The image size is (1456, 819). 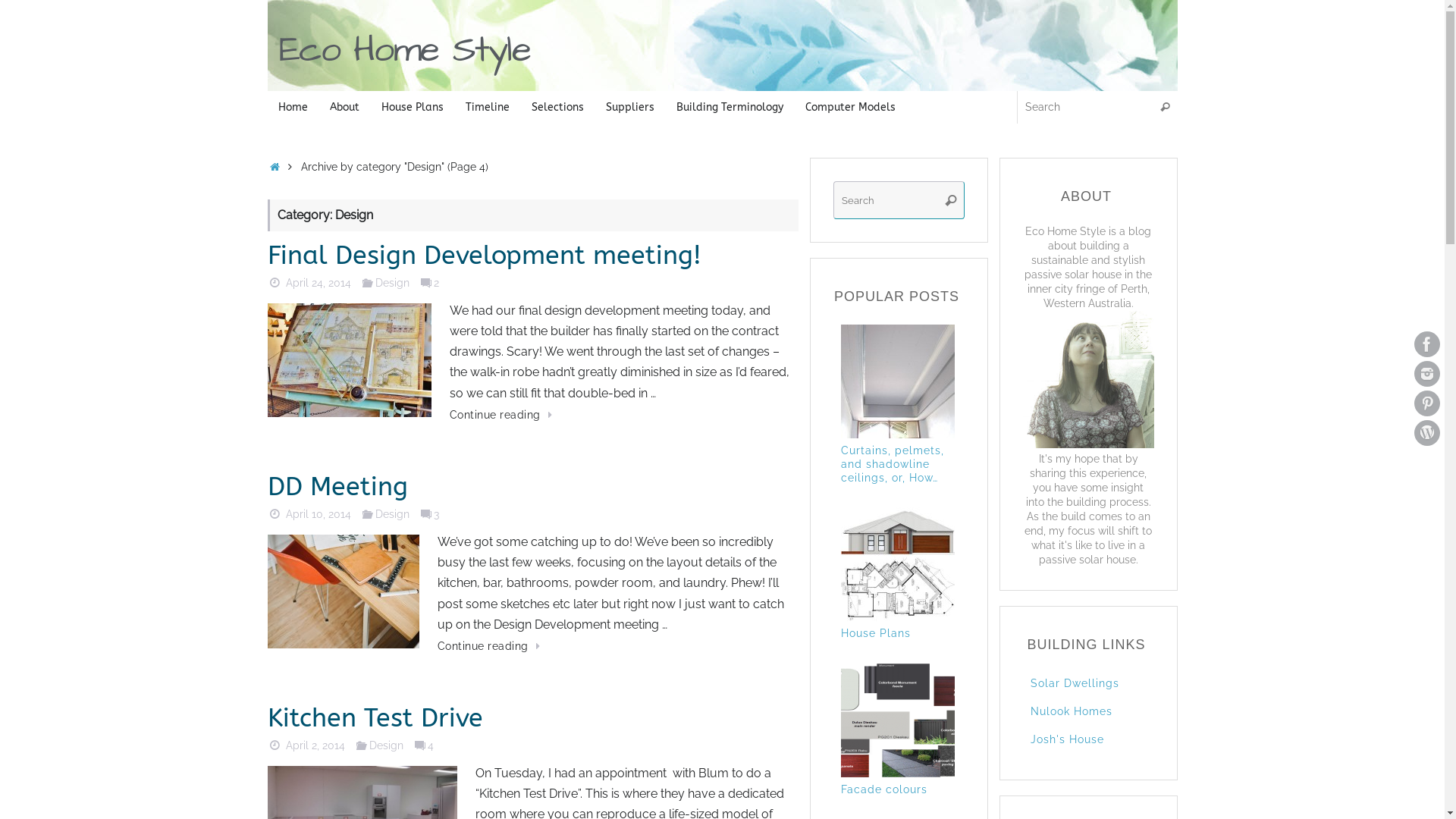 What do you see at coordinates (315, 744) in the screenshot?
I see `'April 2, 2014'` at bounding box center [315, 744].